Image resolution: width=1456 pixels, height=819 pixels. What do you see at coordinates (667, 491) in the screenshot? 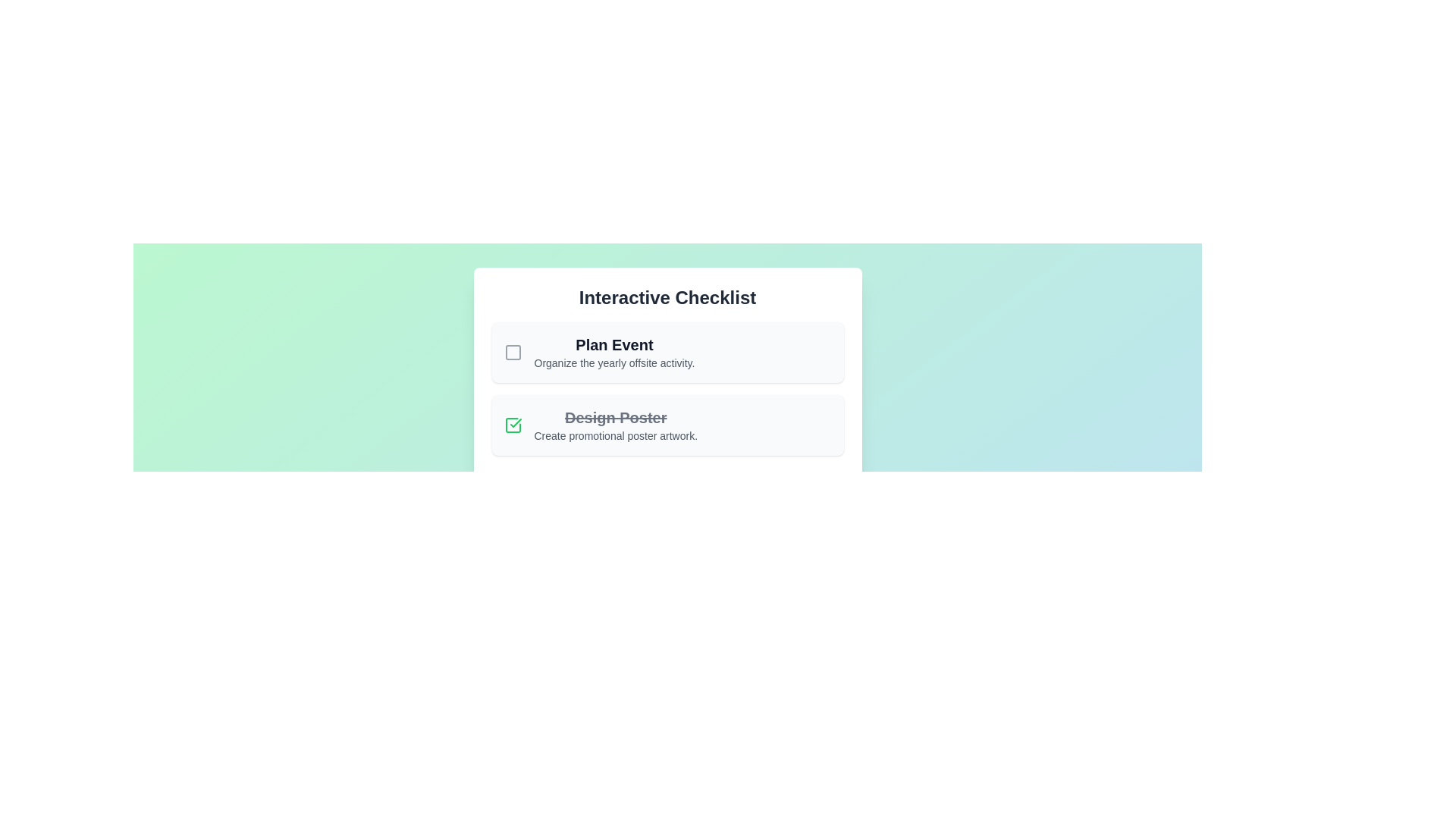
I see `the 'Add New Task' button to add a new task to the checklist` at bounding box center [667, 491].